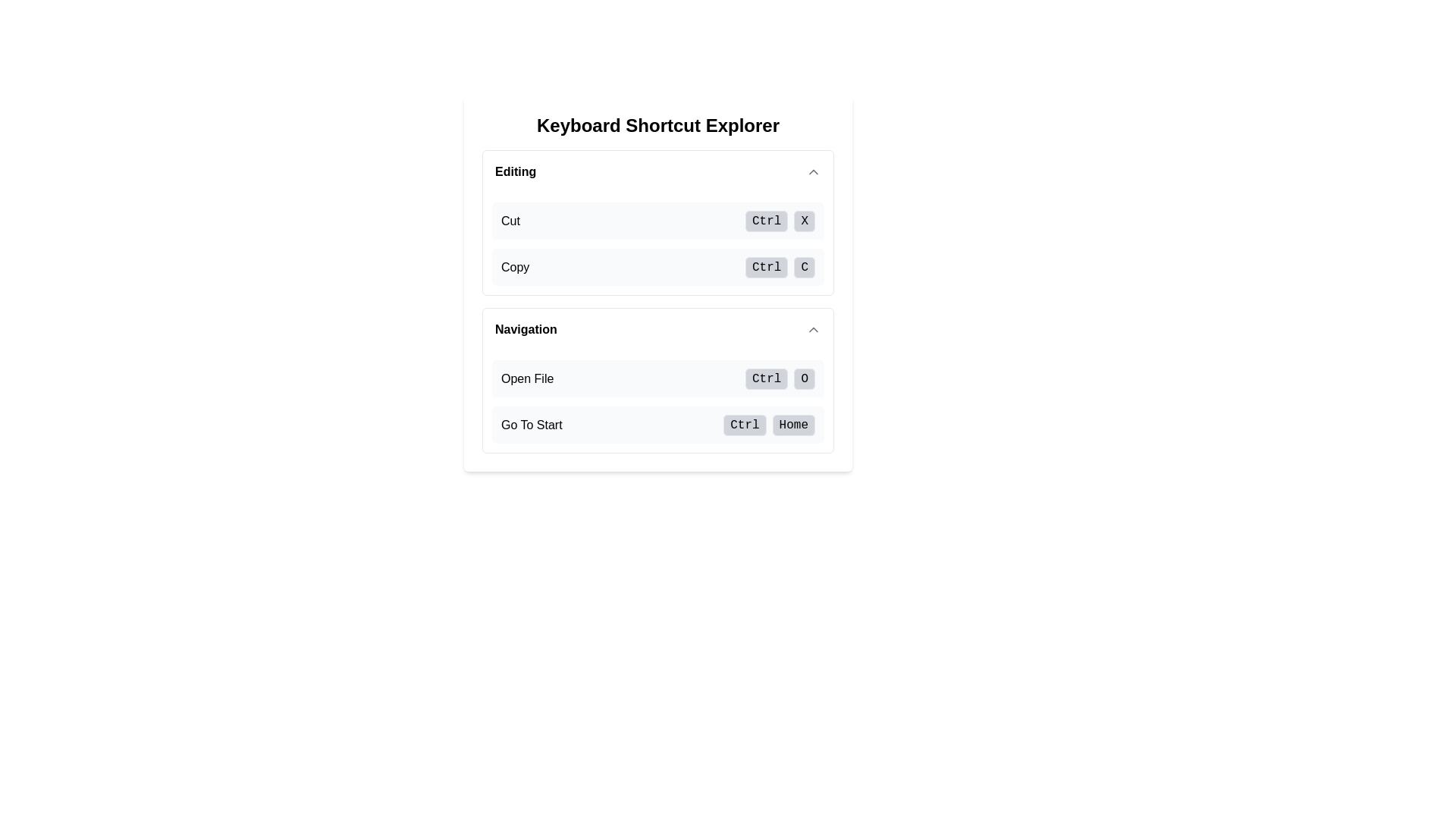 The height and width of the screenshot is (819, 1456). Describe the element at coordinates (780, 266) in the screenshot. I see `the keyboard shortcut visual indicator element displaying 'Ctrl' and 'C' buttons, located in the 'Copy' section of the 'Editing' category` at that location.